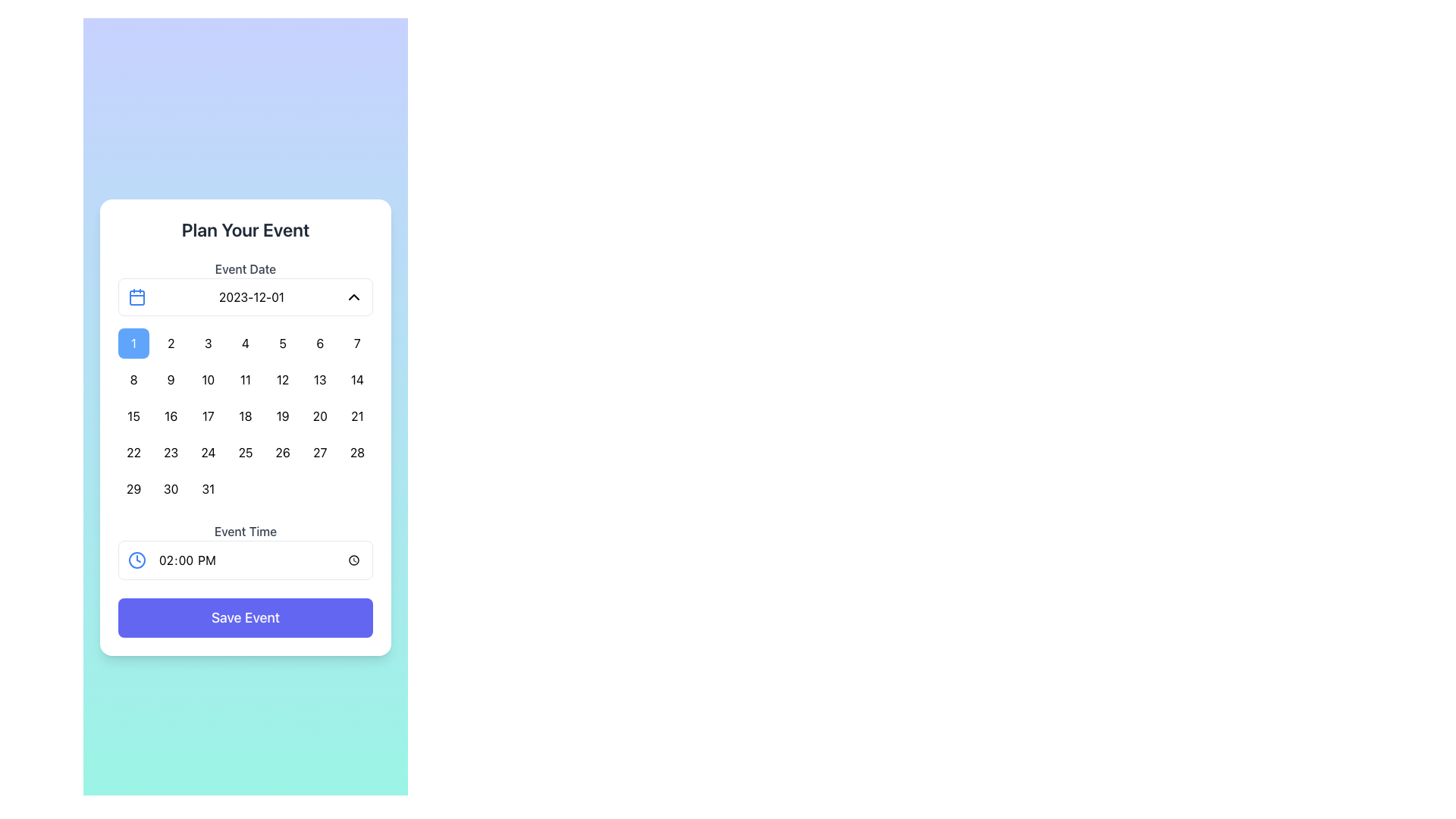 Image resolution: width=1456 pixels, height=819 pixels. Describe the element at coordinates (283, 379) in the screenshot. I see `the rounded square button labeled '12' in the fifth column of the second row of the calendar grid to observe the hover effect that changes its background color to light blue` at that location.